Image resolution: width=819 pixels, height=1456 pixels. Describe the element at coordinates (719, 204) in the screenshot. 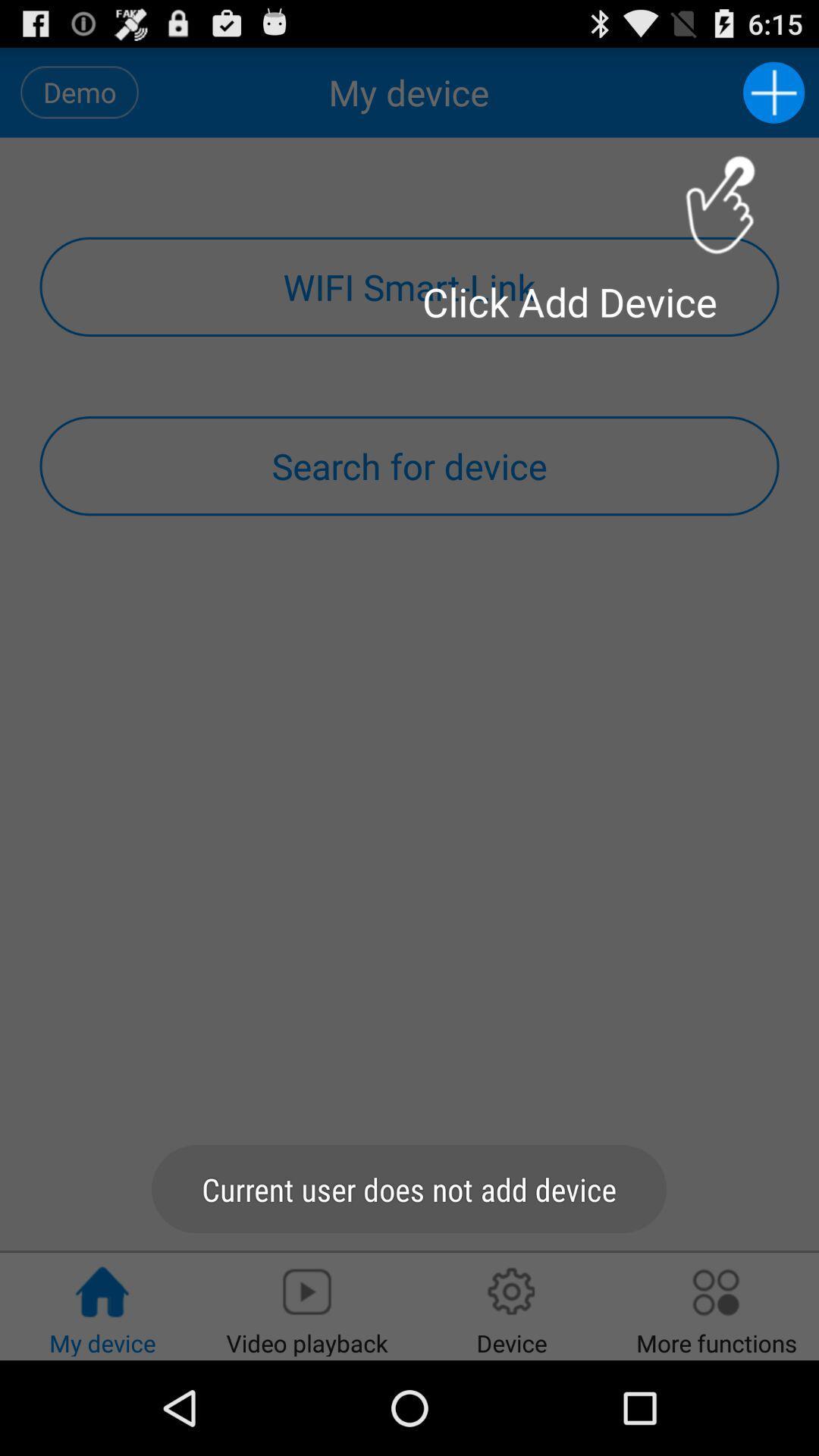

I see `instruction icon just above click add device` at that location.